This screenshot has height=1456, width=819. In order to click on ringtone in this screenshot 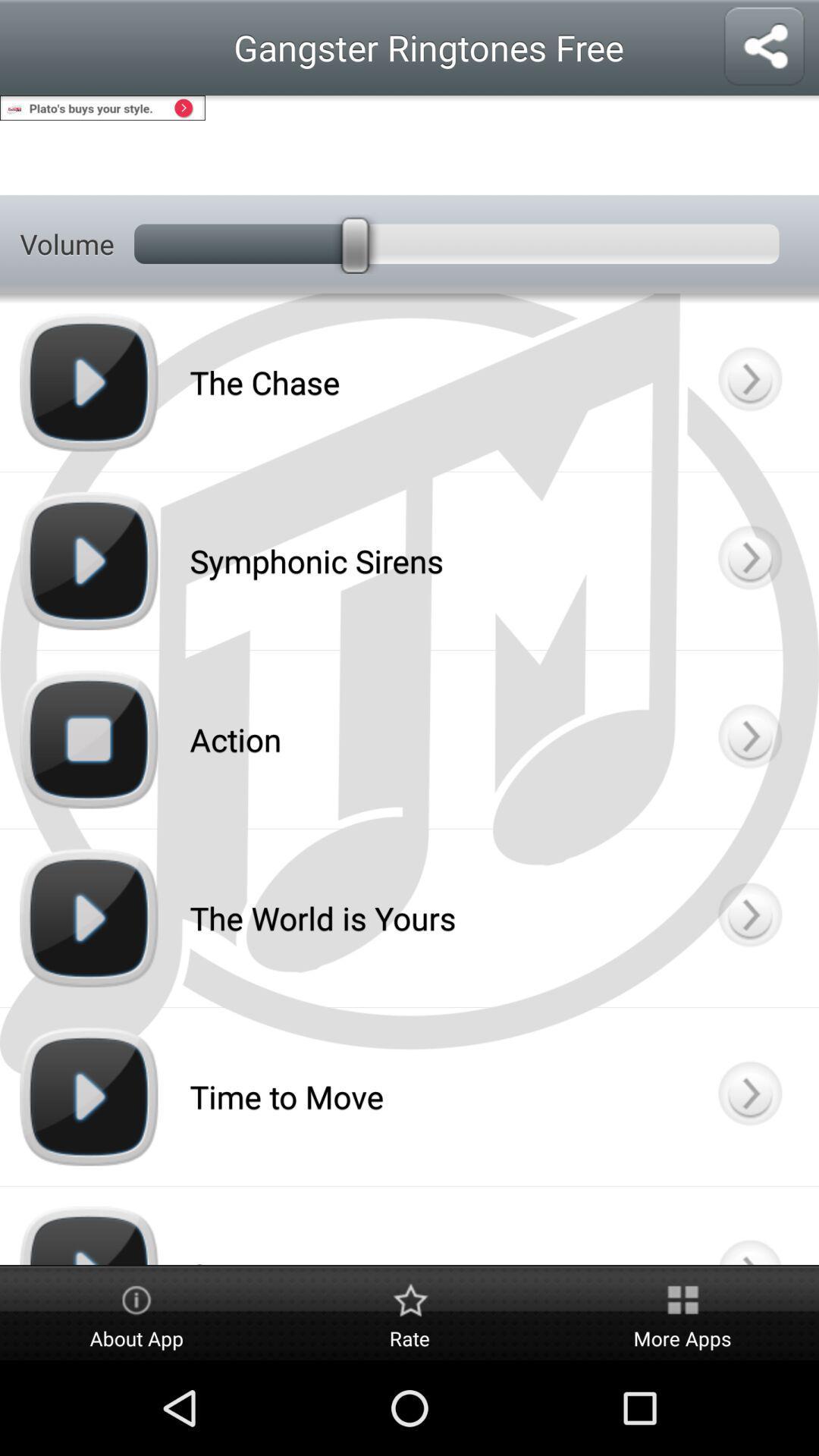, I will do `click(748, 560)`.